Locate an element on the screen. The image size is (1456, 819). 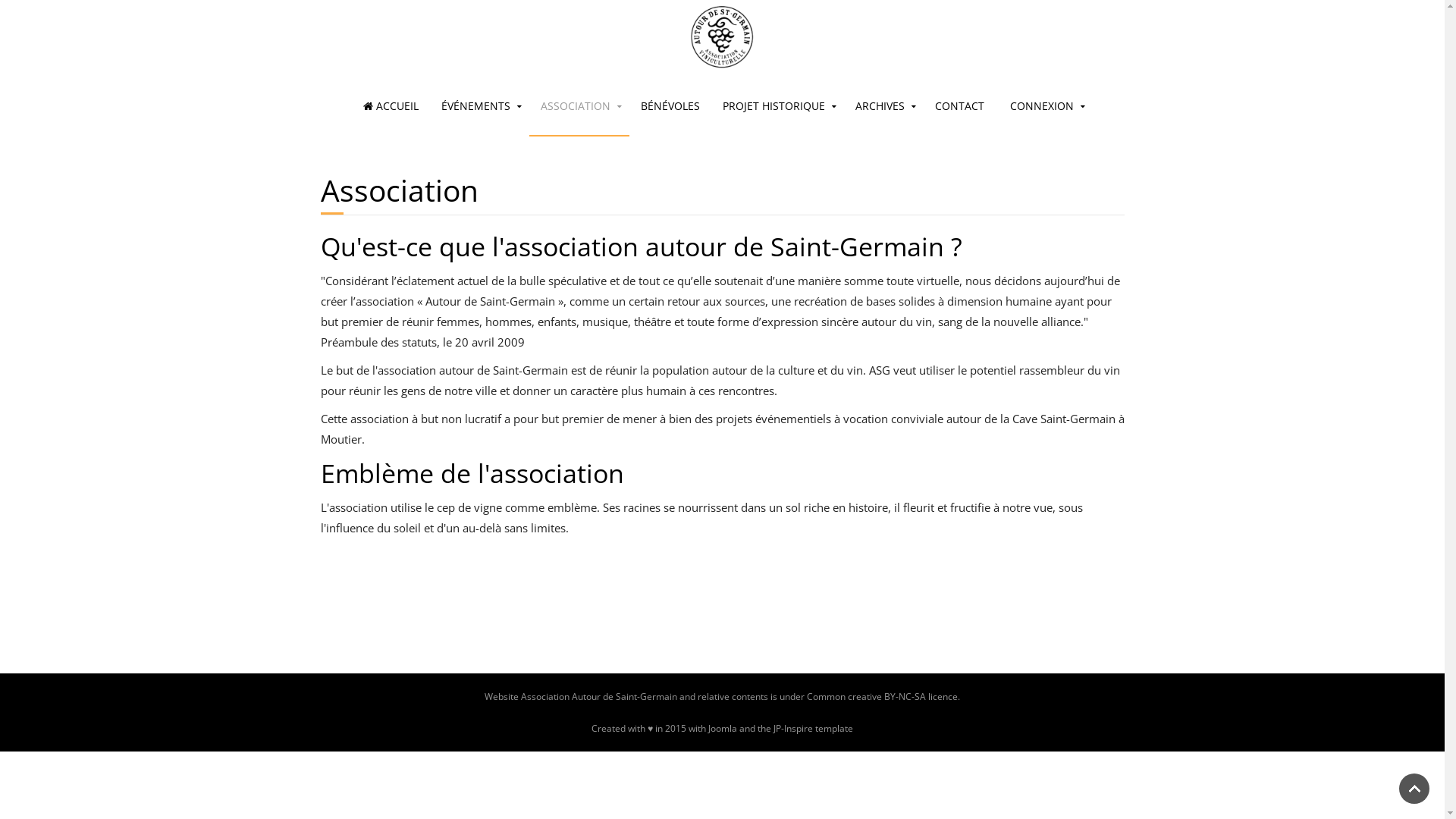
'ASSOCIATION' is located at coordinates (578, 105).